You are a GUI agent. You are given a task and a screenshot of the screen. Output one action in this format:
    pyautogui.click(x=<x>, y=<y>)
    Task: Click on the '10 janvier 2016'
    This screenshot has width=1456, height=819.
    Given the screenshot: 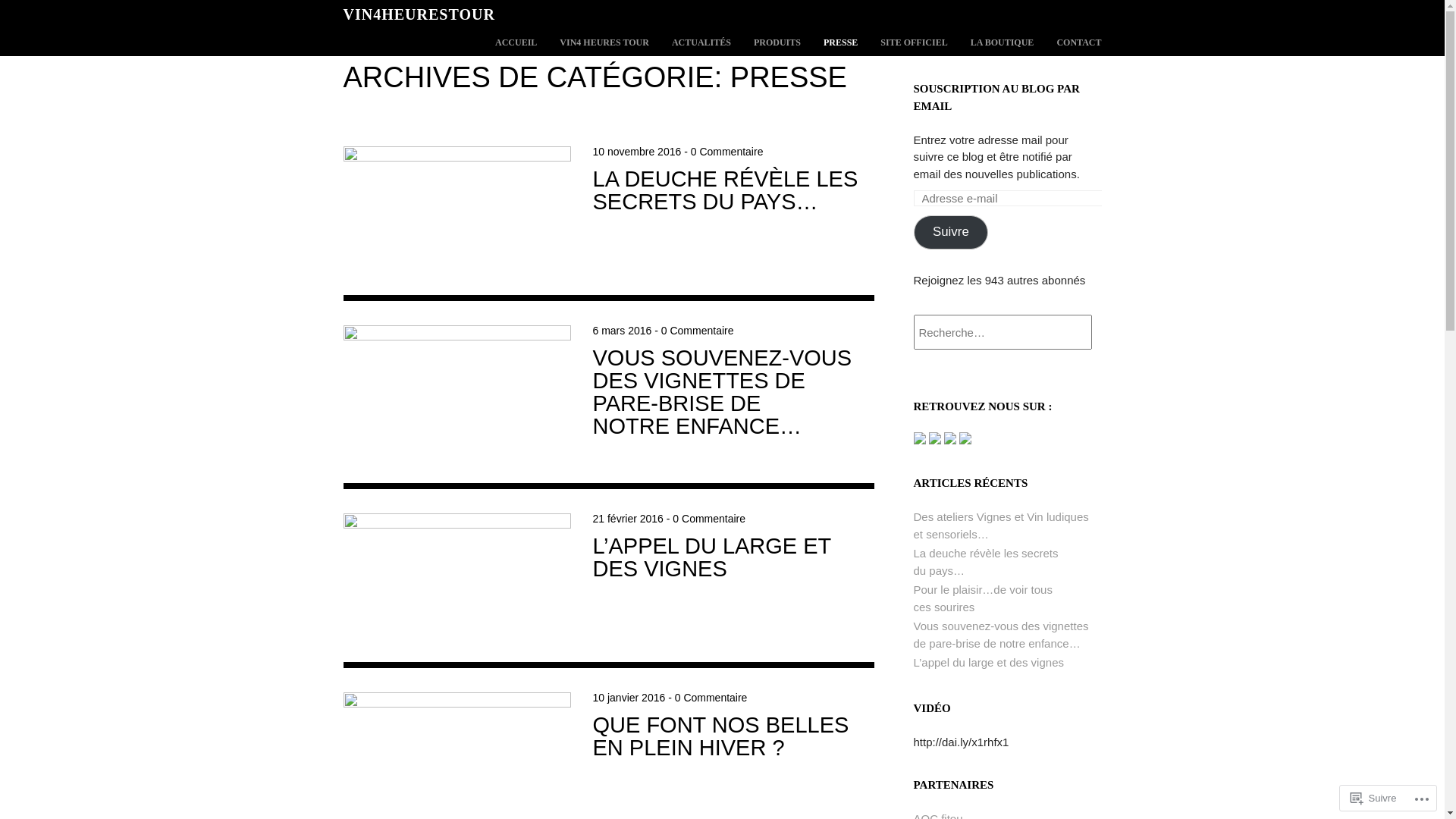 What is the action you would take?
    pyautogui.click(x=629, y=698)
    